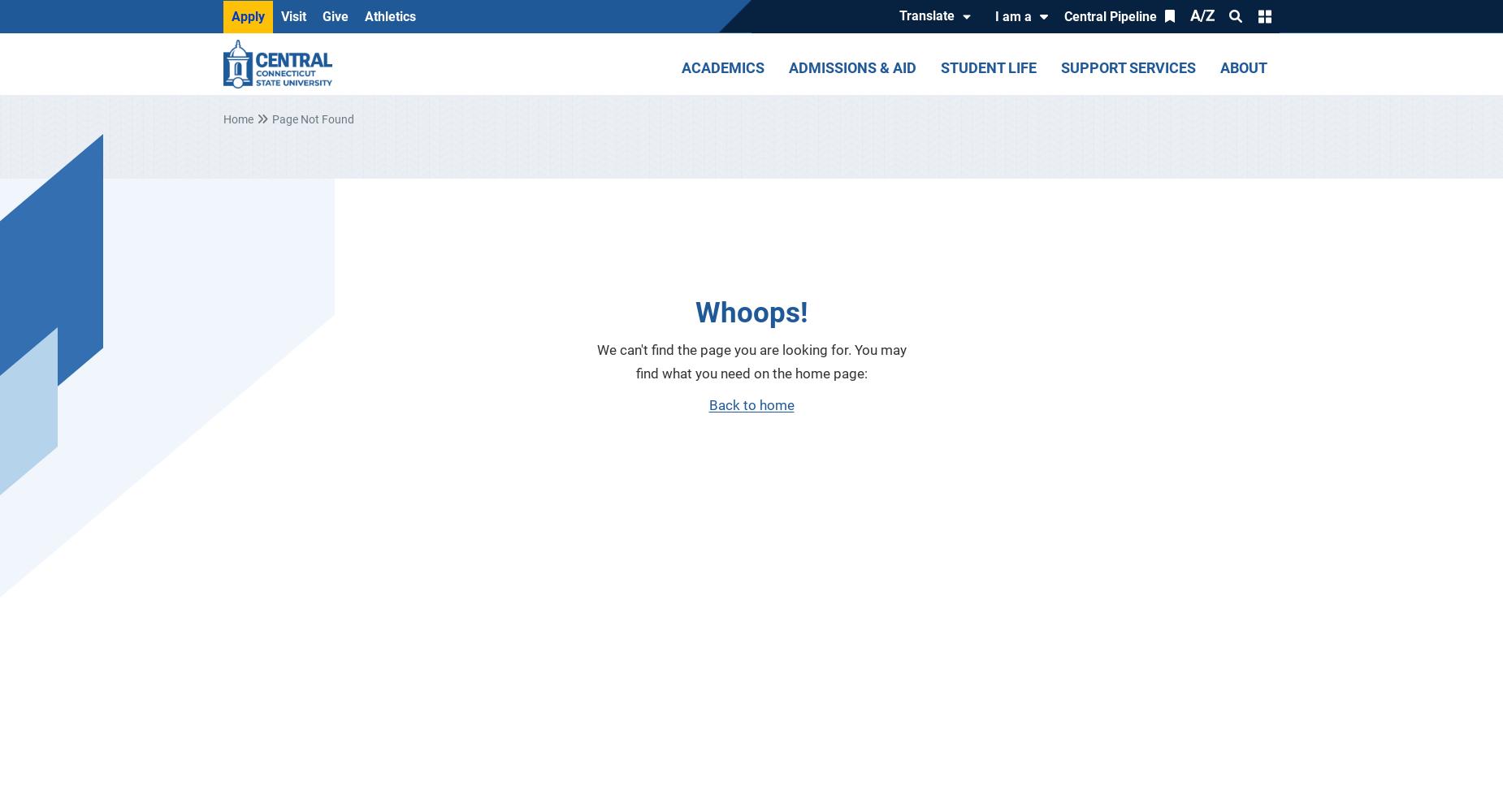  What do you see at coordinates (334, 15) in the screenshot?
I see `'Give'` at bounding box center [334, 15].